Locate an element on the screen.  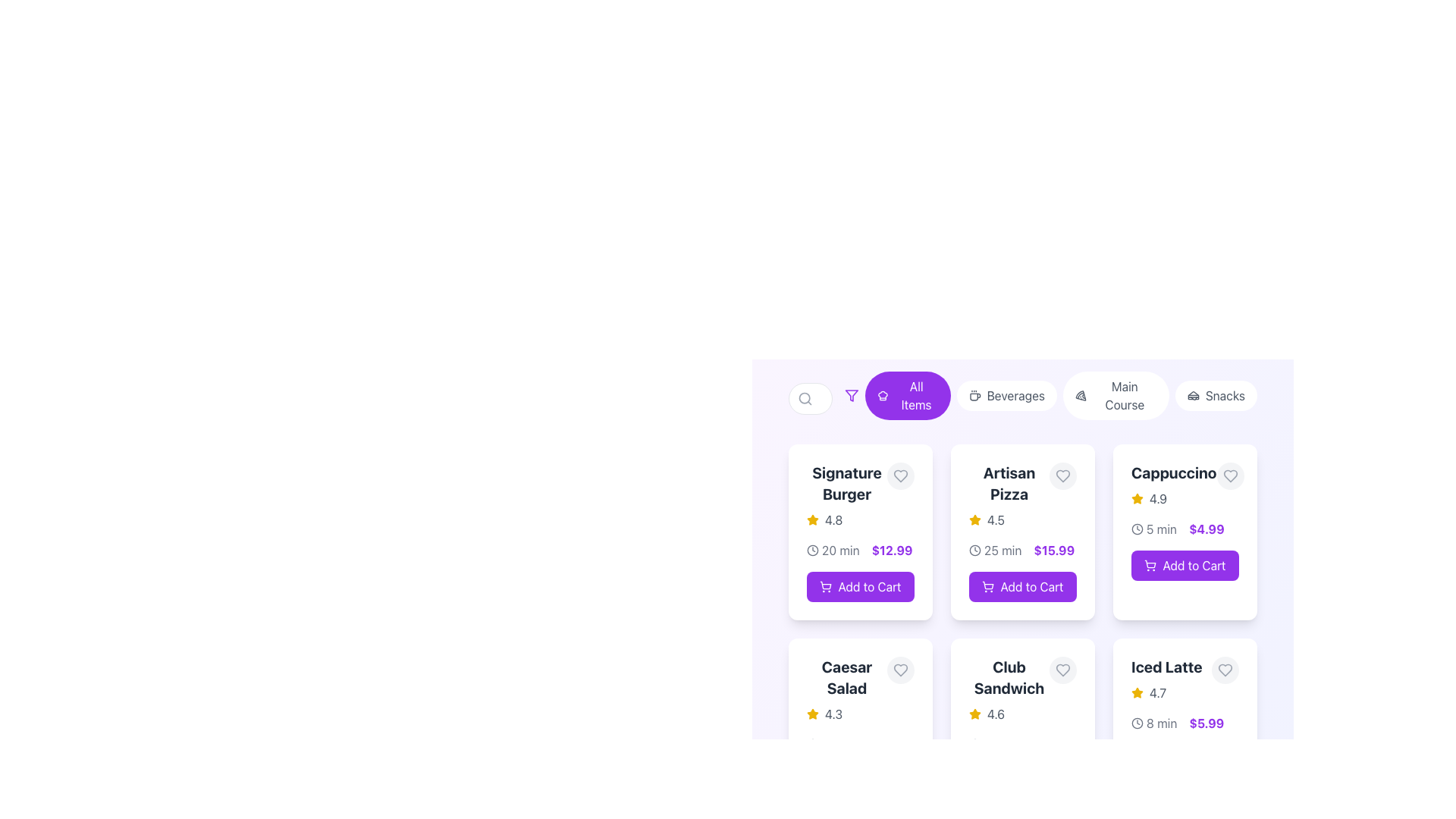
displayed information from the textual display element showing 'Cappuccino' and the rating '4.9' with a yellow star icon, located in the top-right card of the grid layout is located at coordinates (1173, 485).